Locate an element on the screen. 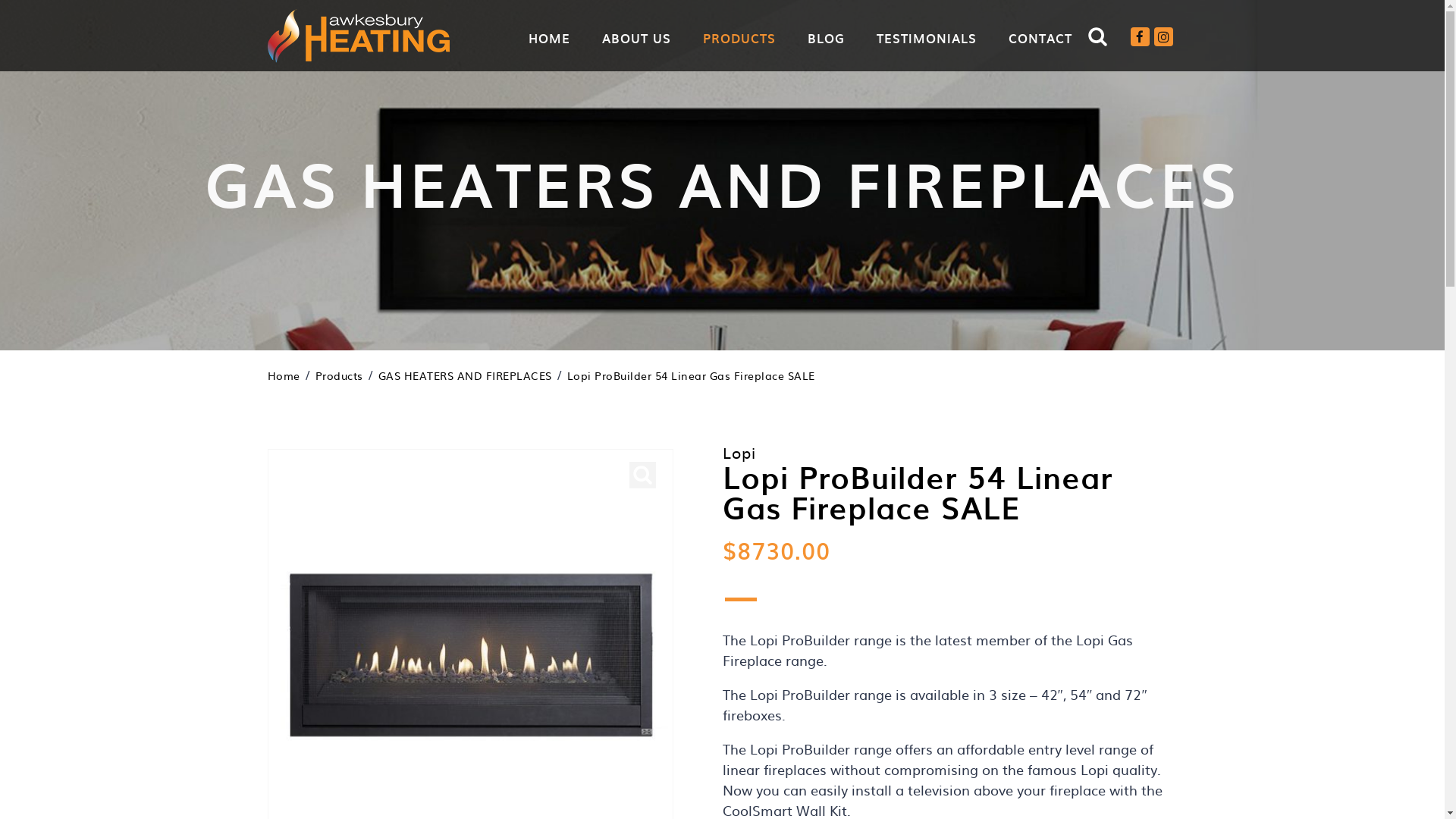  'Products' is located at coordinates (338, 375).